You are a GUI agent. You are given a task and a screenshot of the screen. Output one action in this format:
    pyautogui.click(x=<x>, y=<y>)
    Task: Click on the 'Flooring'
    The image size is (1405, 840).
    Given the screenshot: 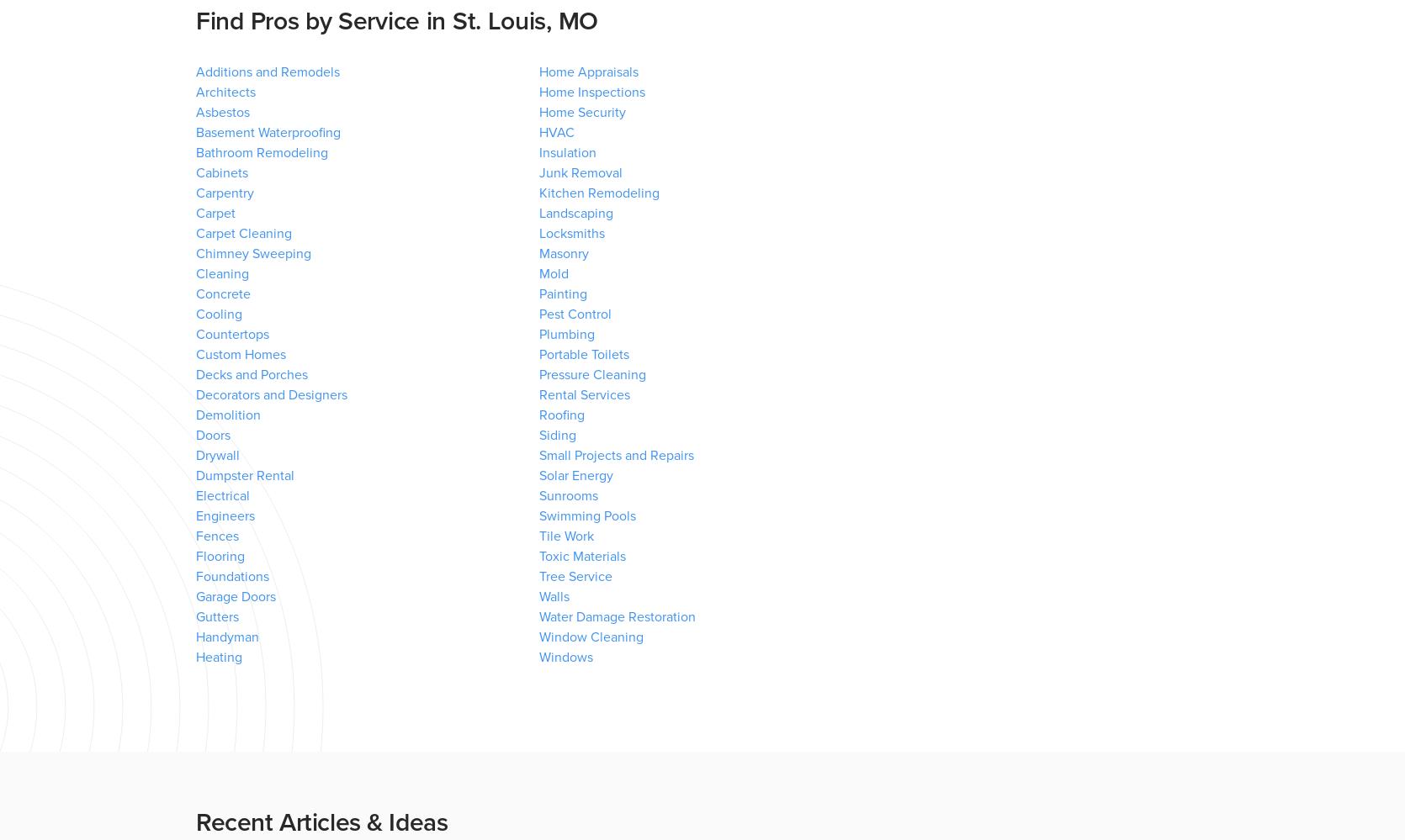 What is the action you would take?
    pyautogui.click(x=220, y=556)
    